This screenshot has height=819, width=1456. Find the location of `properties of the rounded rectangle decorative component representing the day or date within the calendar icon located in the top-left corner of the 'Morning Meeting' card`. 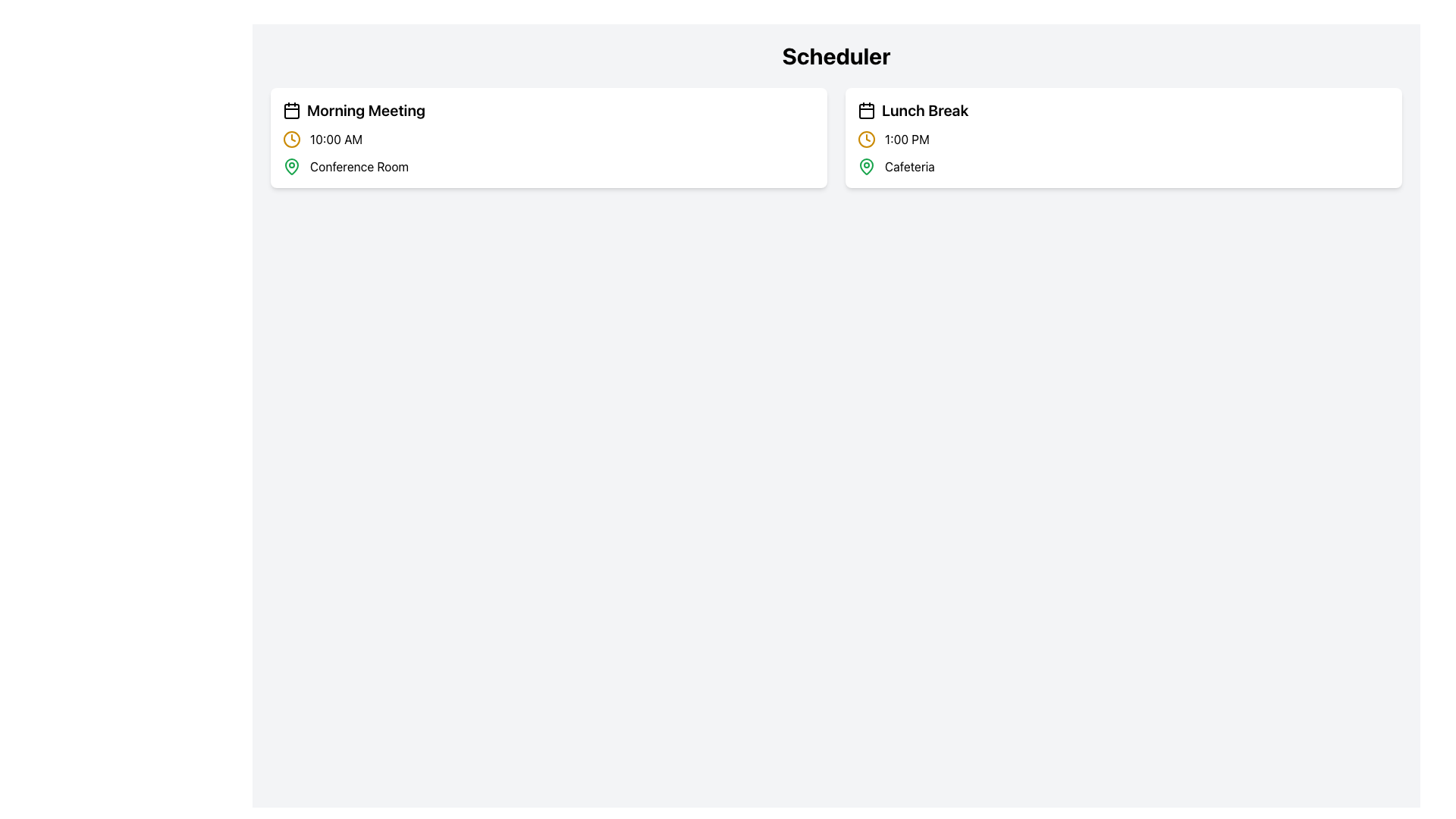

properties of the rounded rectangle decorative component representing the day or date within the calendar icon located in the top-left corner of the 'Morning Meeting' card is located at coordinates (291, 110).